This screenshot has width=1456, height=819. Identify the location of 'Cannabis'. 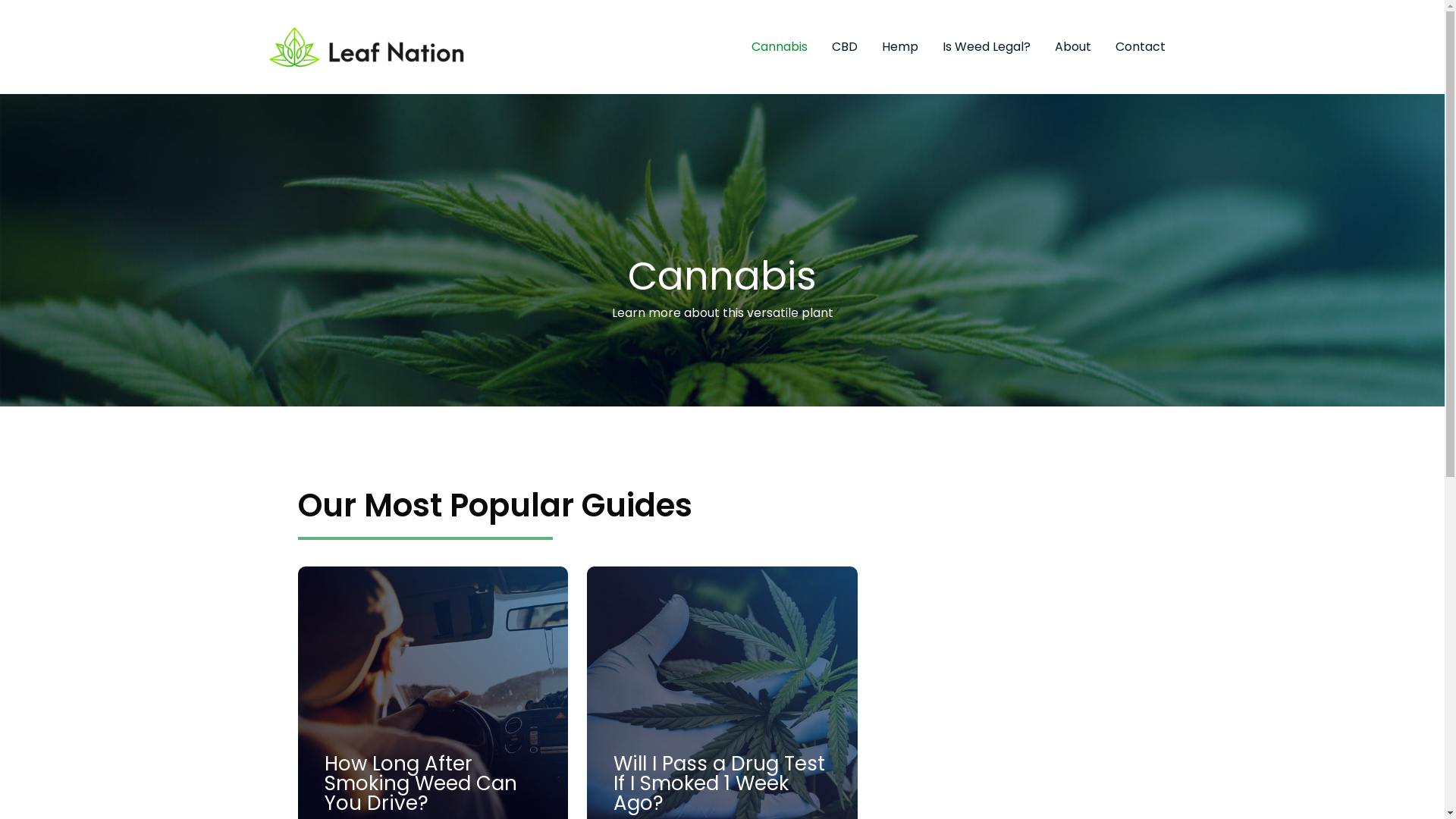
(779, 45).